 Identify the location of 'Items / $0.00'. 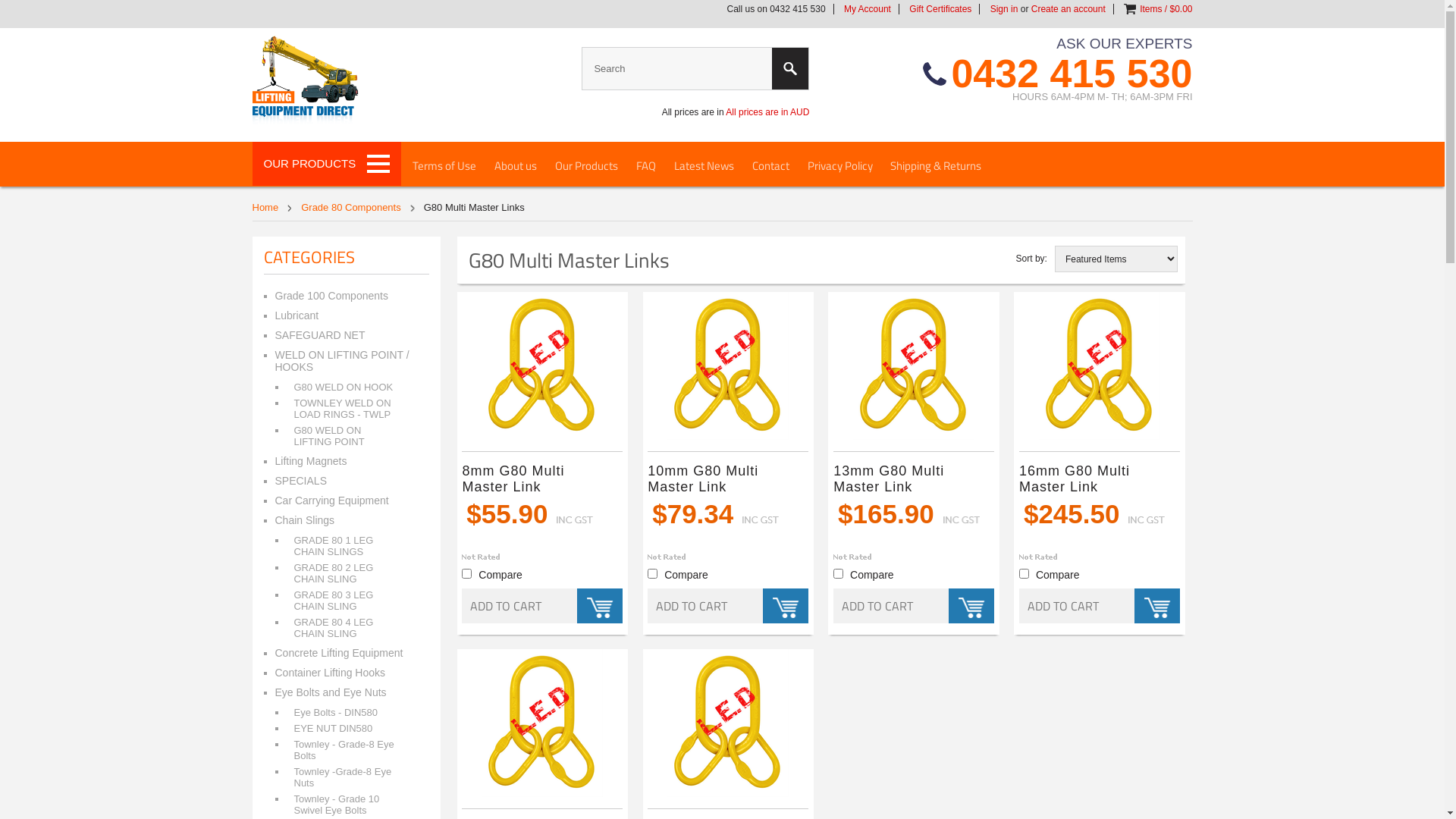
(1165, 8).